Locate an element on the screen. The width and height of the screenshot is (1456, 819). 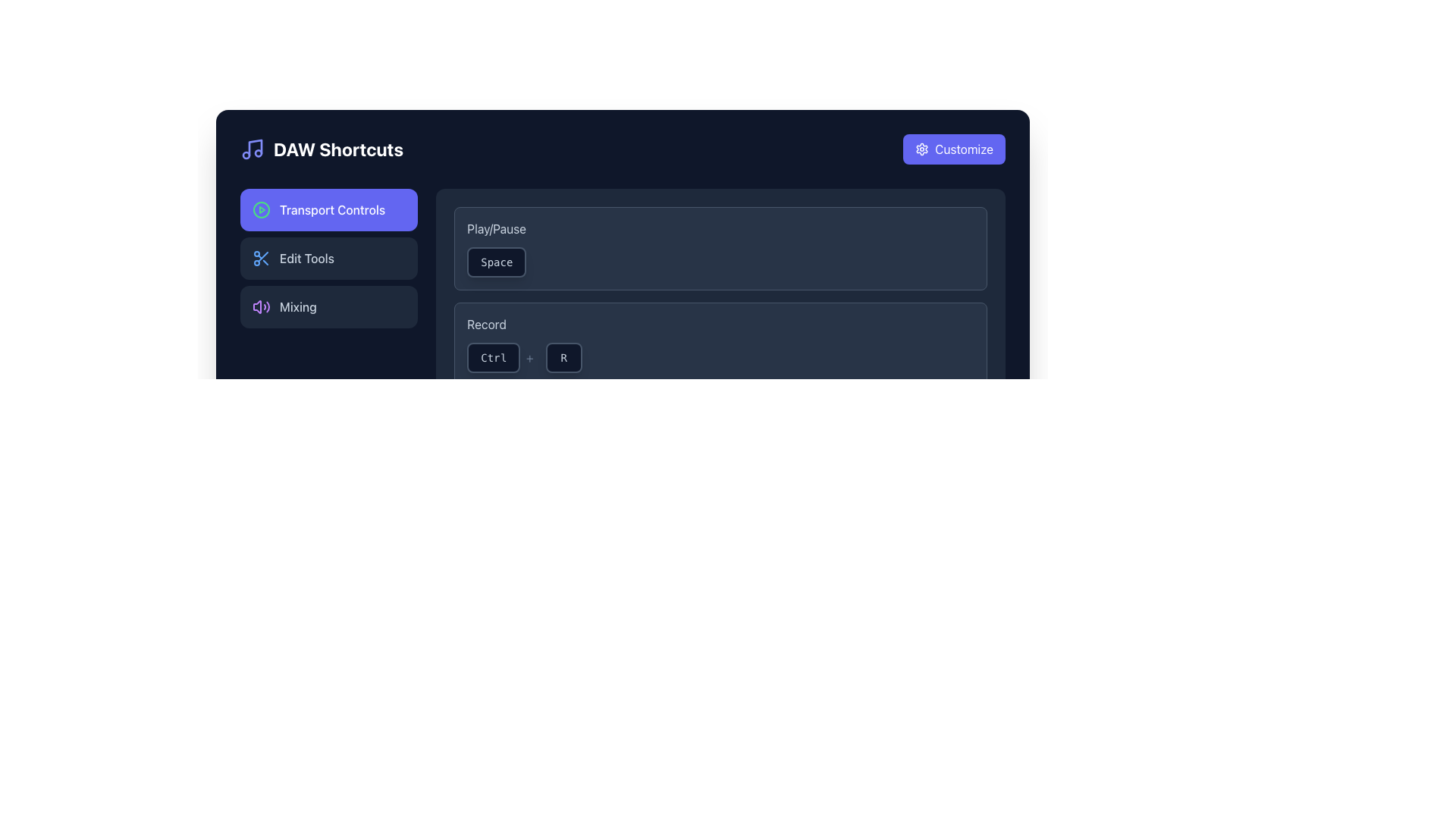
static text label displaying 'Transport Controls', which is styled with white text on an indigo background and positioned in the top-left region of the interface is located at coordinates (331, 210).